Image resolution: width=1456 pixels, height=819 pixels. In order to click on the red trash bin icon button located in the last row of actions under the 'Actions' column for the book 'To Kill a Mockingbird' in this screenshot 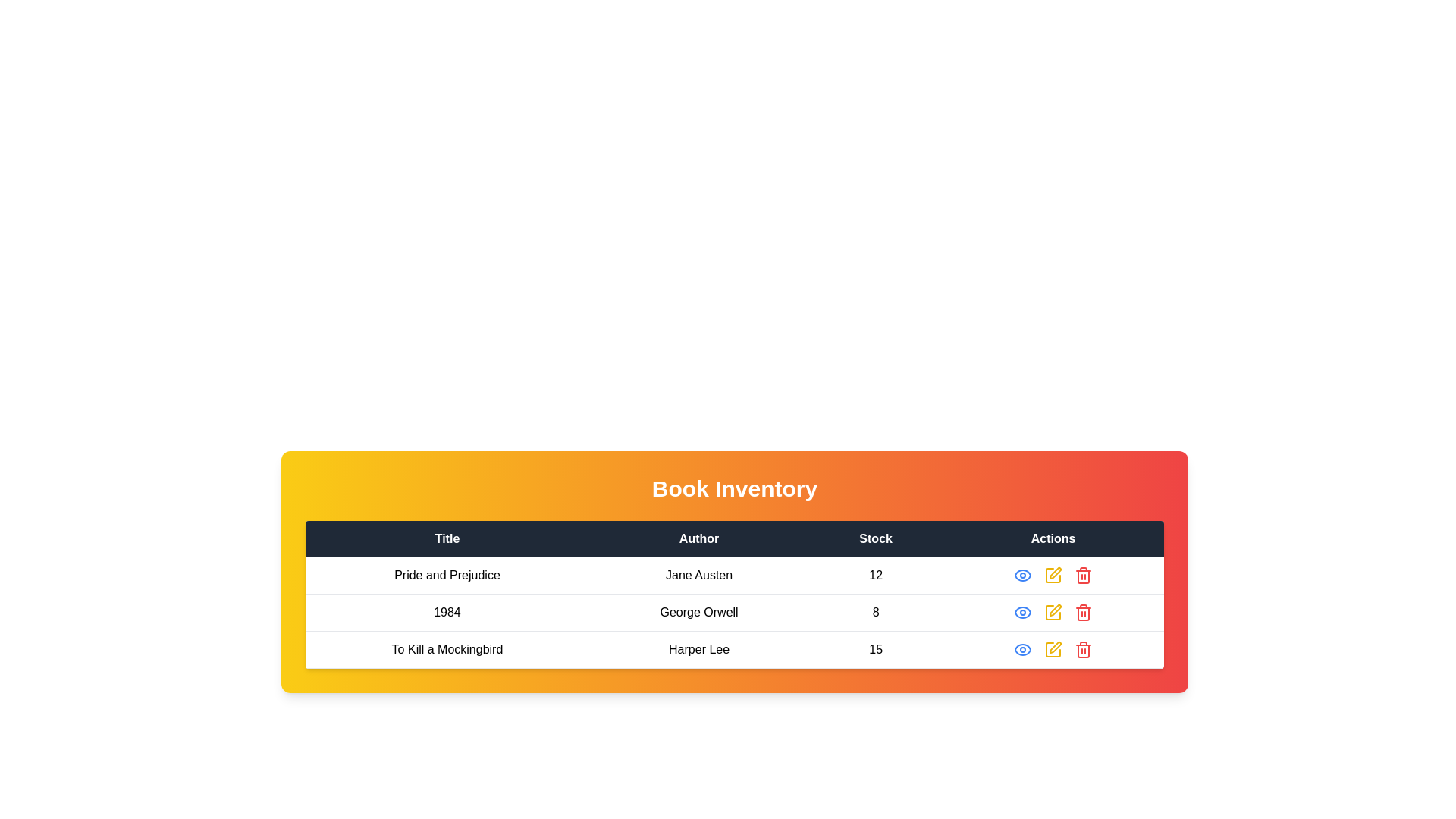, I will do `click(1083, 648)`.